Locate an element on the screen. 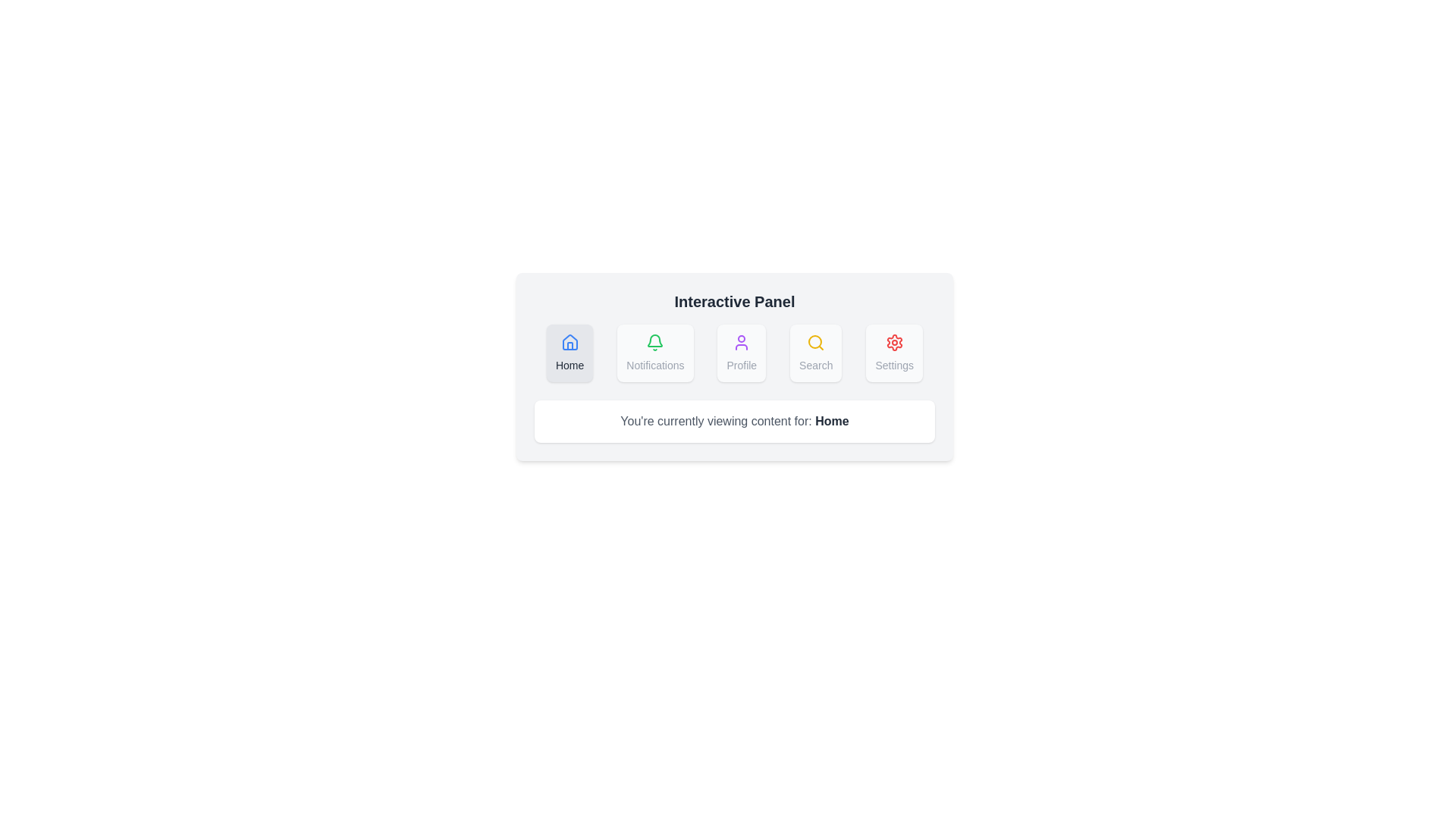 The width and height of the screenshot is (1456, 819). the 'Home' text label, which indicates the purpose of the Home button in a horizontal menu, located at the center of the interface is located at coordinates (569, 366).